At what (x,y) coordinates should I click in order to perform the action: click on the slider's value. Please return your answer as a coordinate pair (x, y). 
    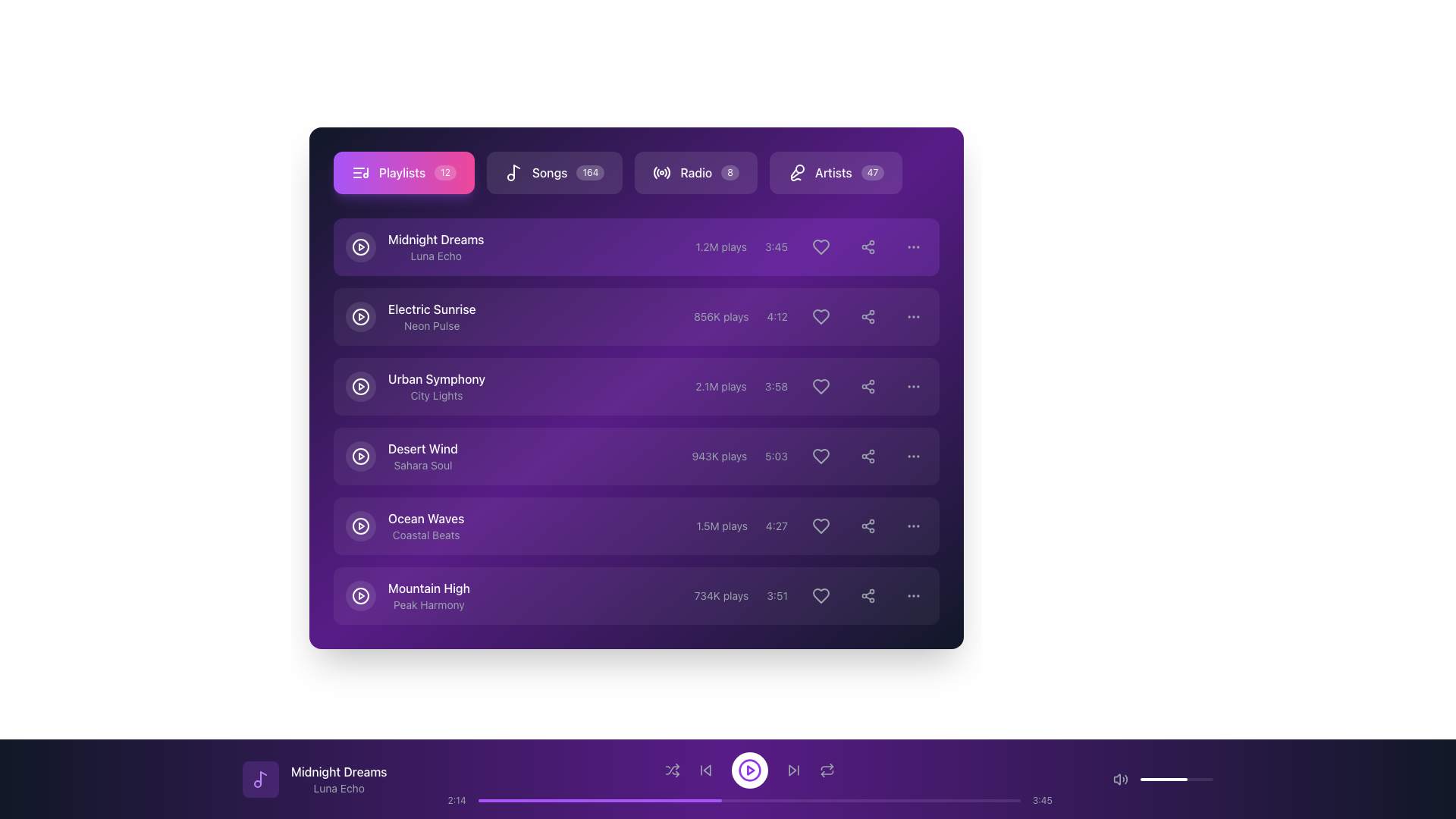
    Looking at the image, I should click on (1171, 780).